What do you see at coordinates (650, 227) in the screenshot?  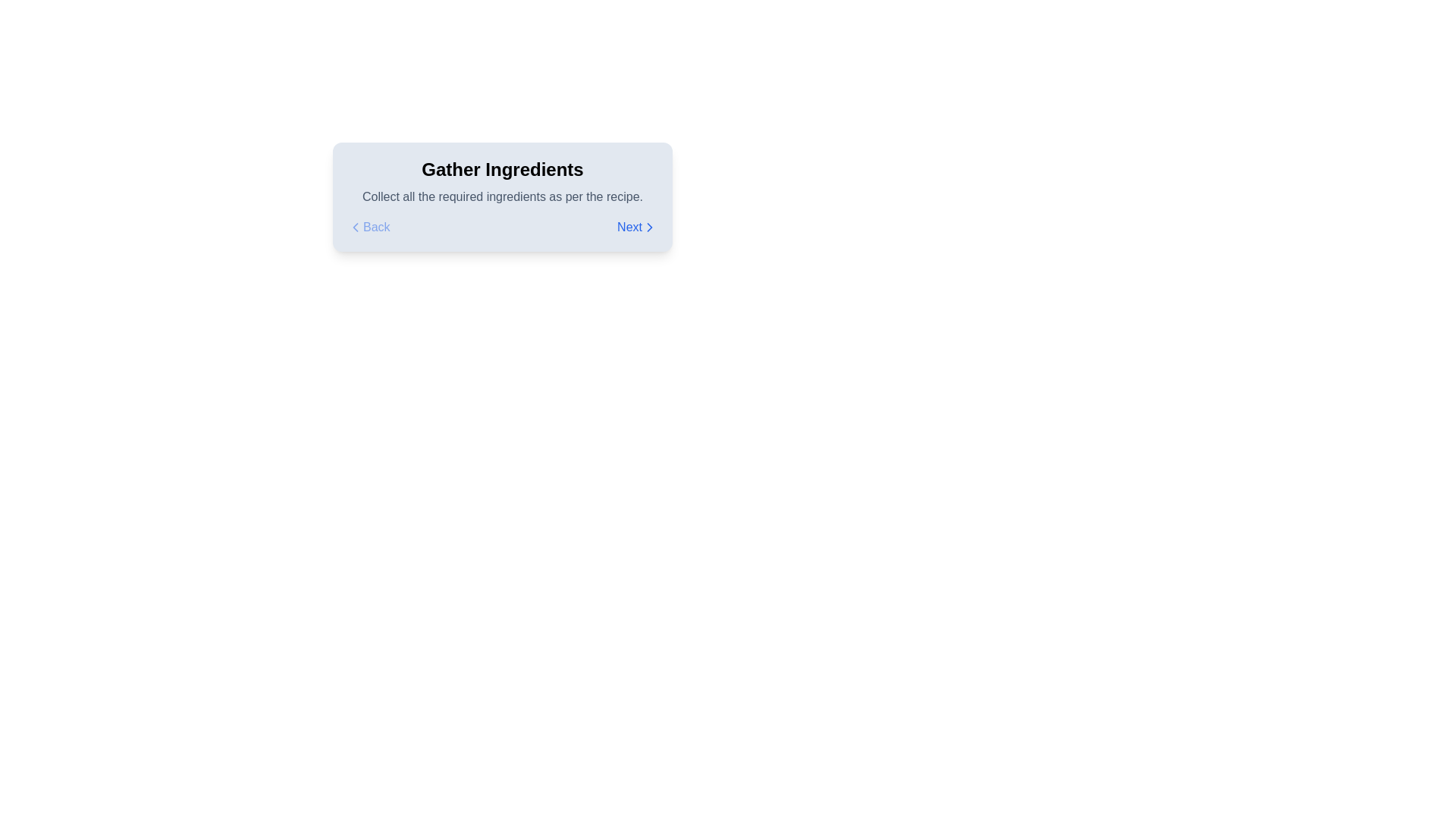 I see `the Chevron Right icon located to the immediate right of the 'Next' label, indicating a forward action on the clickable 'Next' button at the bottom-right corner of the card UI panel` at bounding box center [650, 227].